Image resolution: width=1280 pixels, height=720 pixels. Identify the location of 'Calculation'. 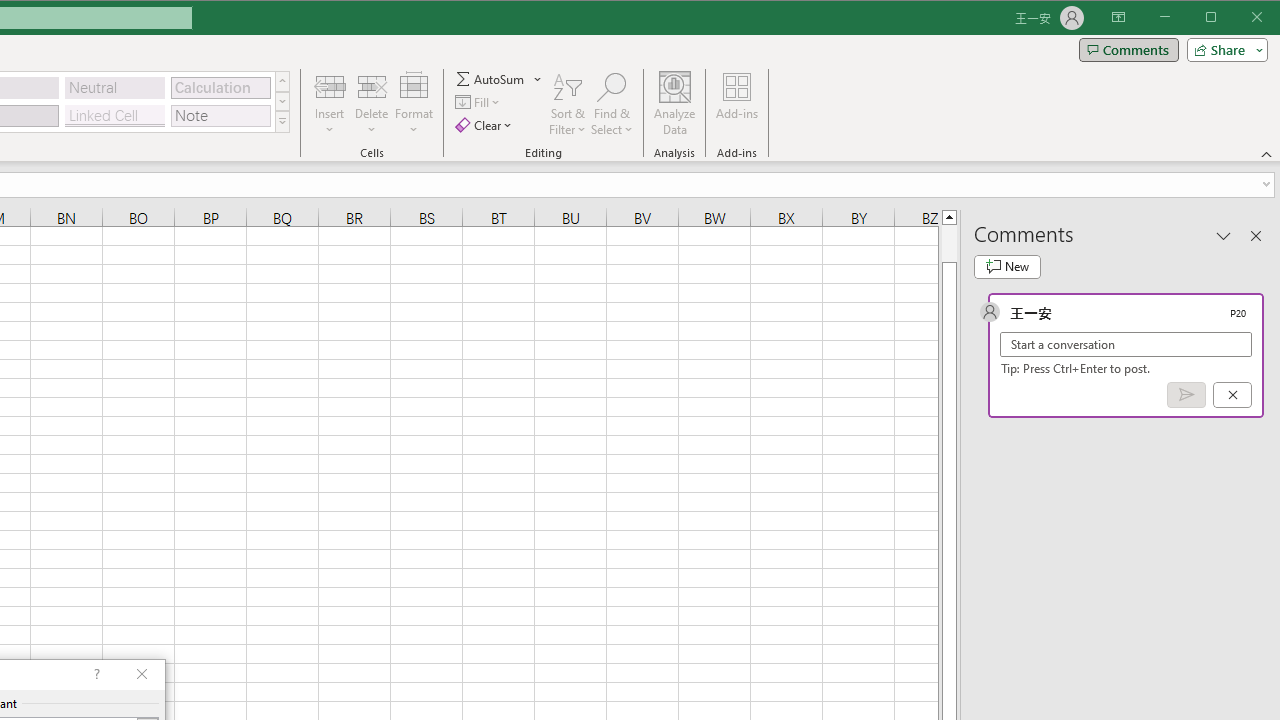
(220, 87).